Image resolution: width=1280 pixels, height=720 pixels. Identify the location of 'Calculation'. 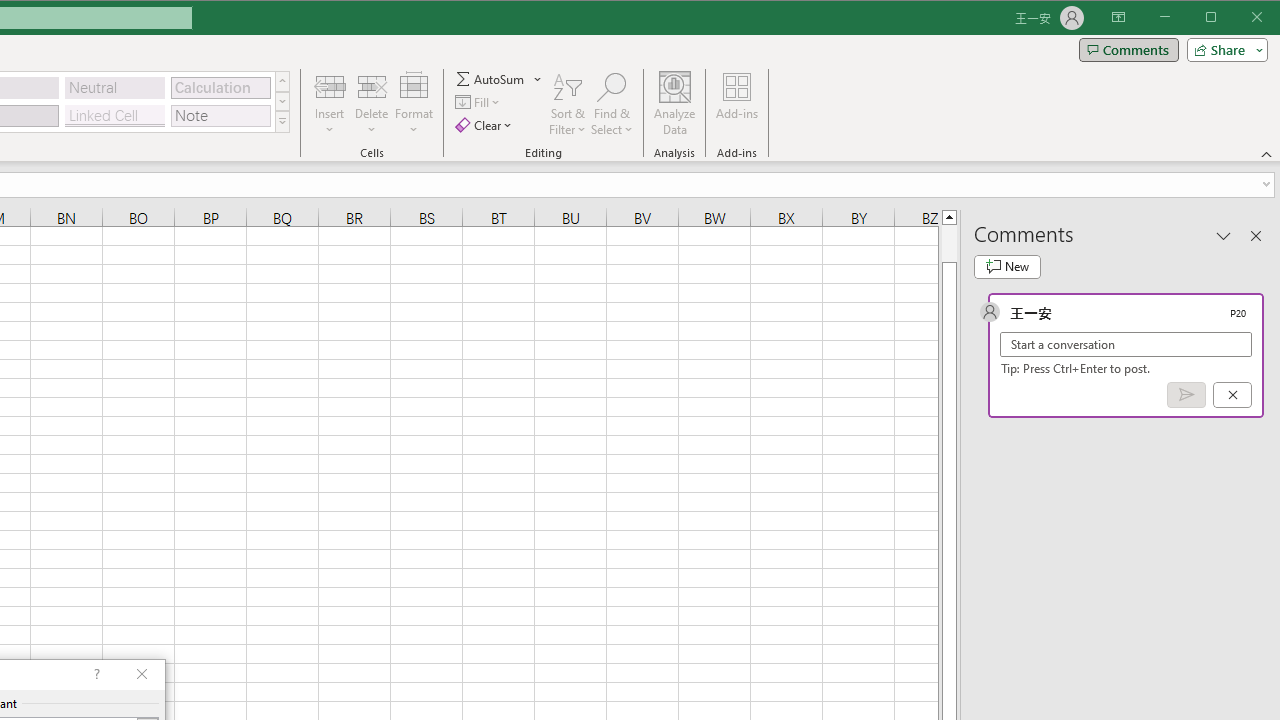
(220, 87).